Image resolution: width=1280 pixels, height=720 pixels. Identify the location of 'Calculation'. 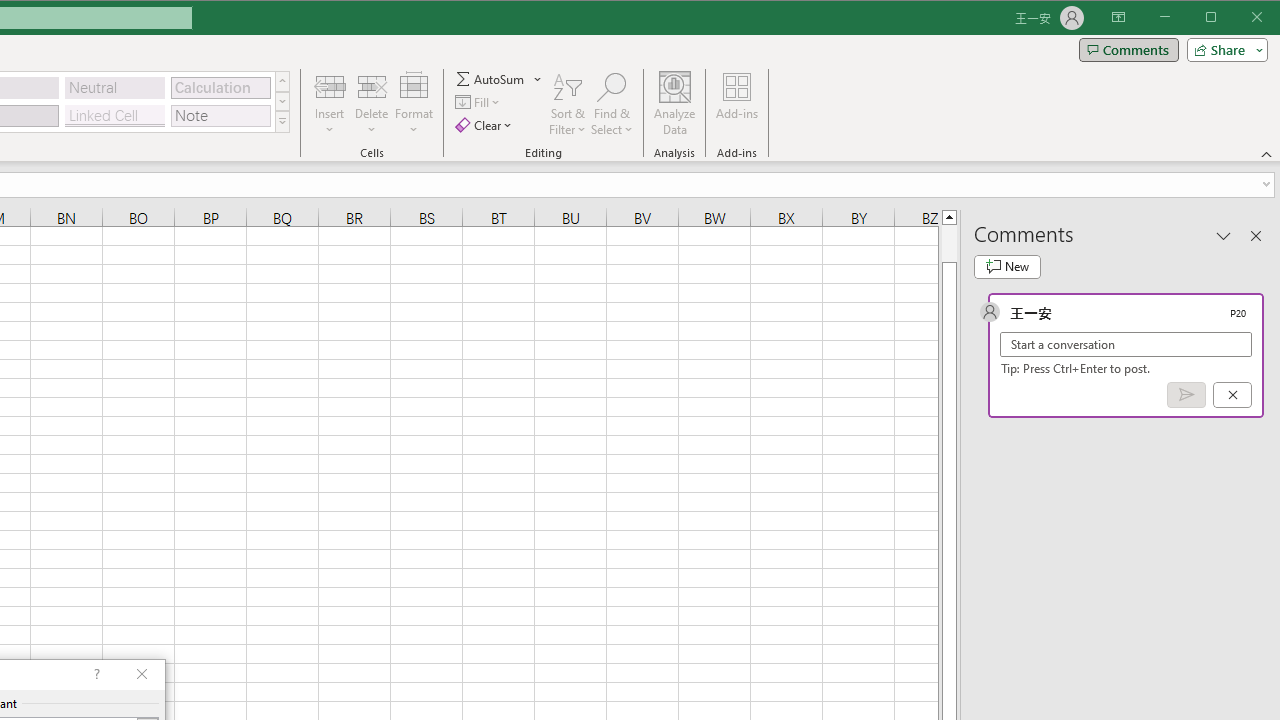
(220, 87).